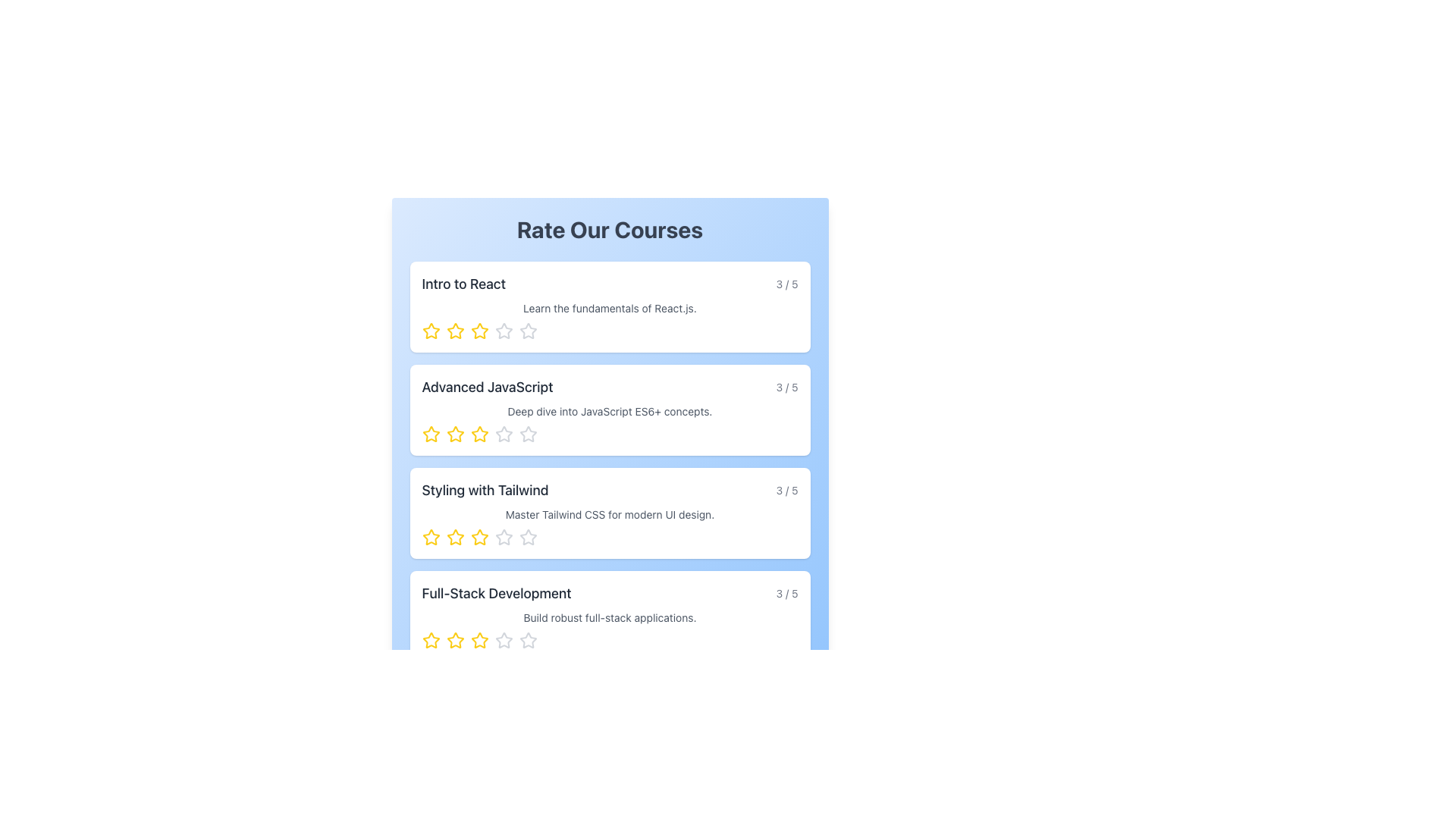 The width and height of the screenshot is (1456, 819). I want to click on the first star icon in the rating system for the 'Intro to React' course, so click(430, 330).